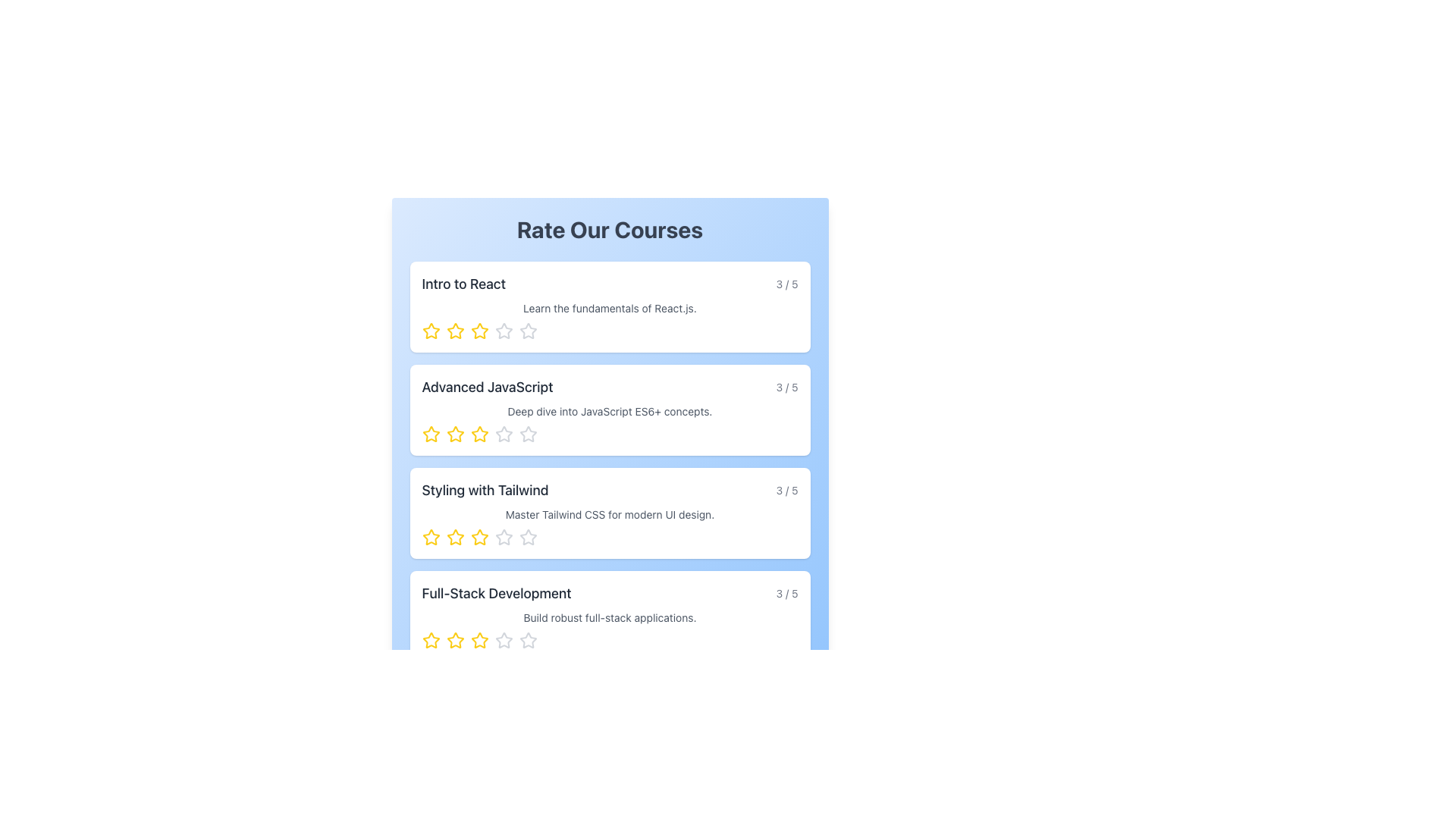 The width and height of the screenshot is (1456, 819). I want to click on the first star icon in the rating system for the 'Intro to React' course, so click(430, 330).